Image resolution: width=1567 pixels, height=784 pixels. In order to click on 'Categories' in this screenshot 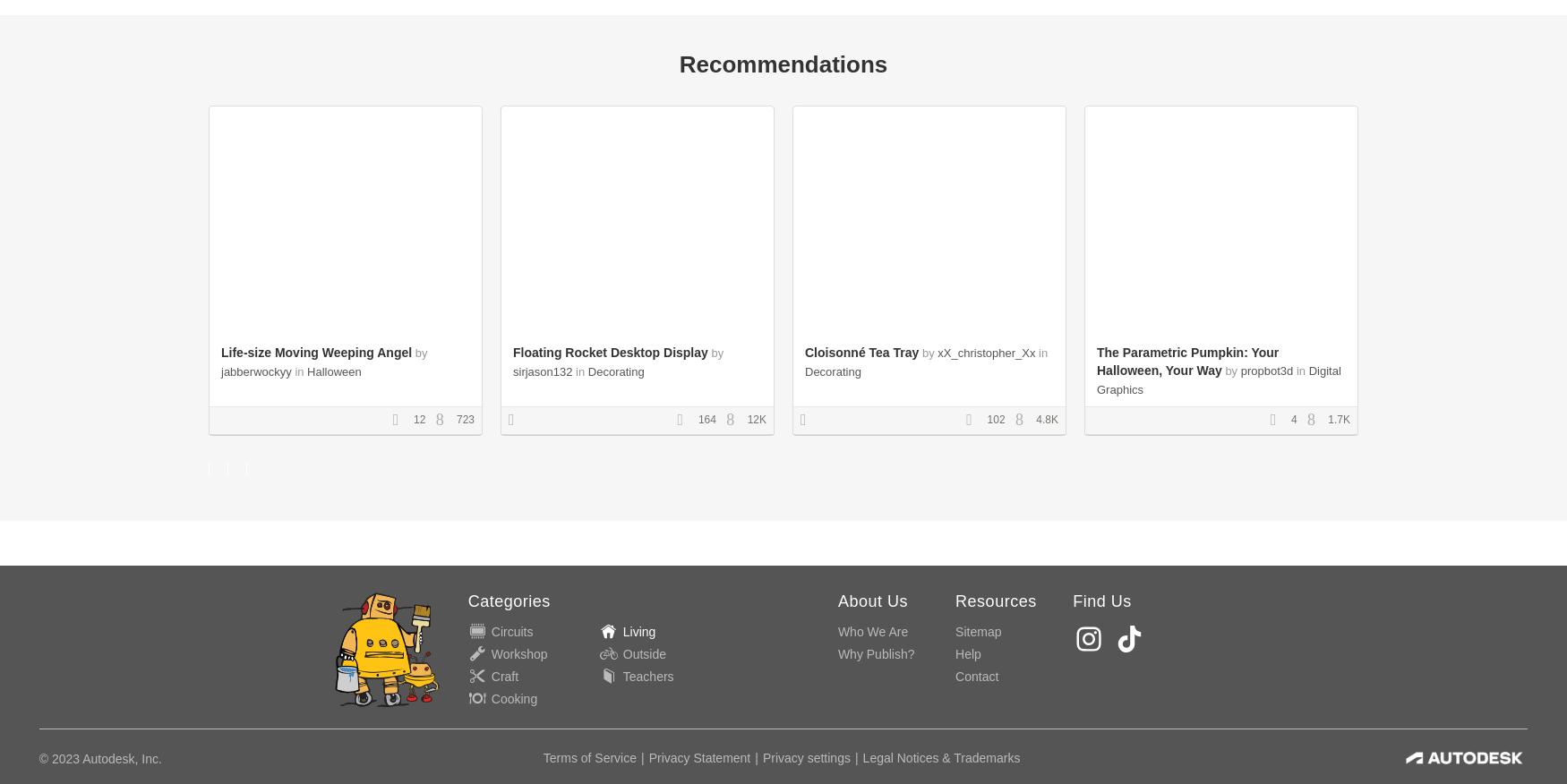, I will do `click(509, 600)`.